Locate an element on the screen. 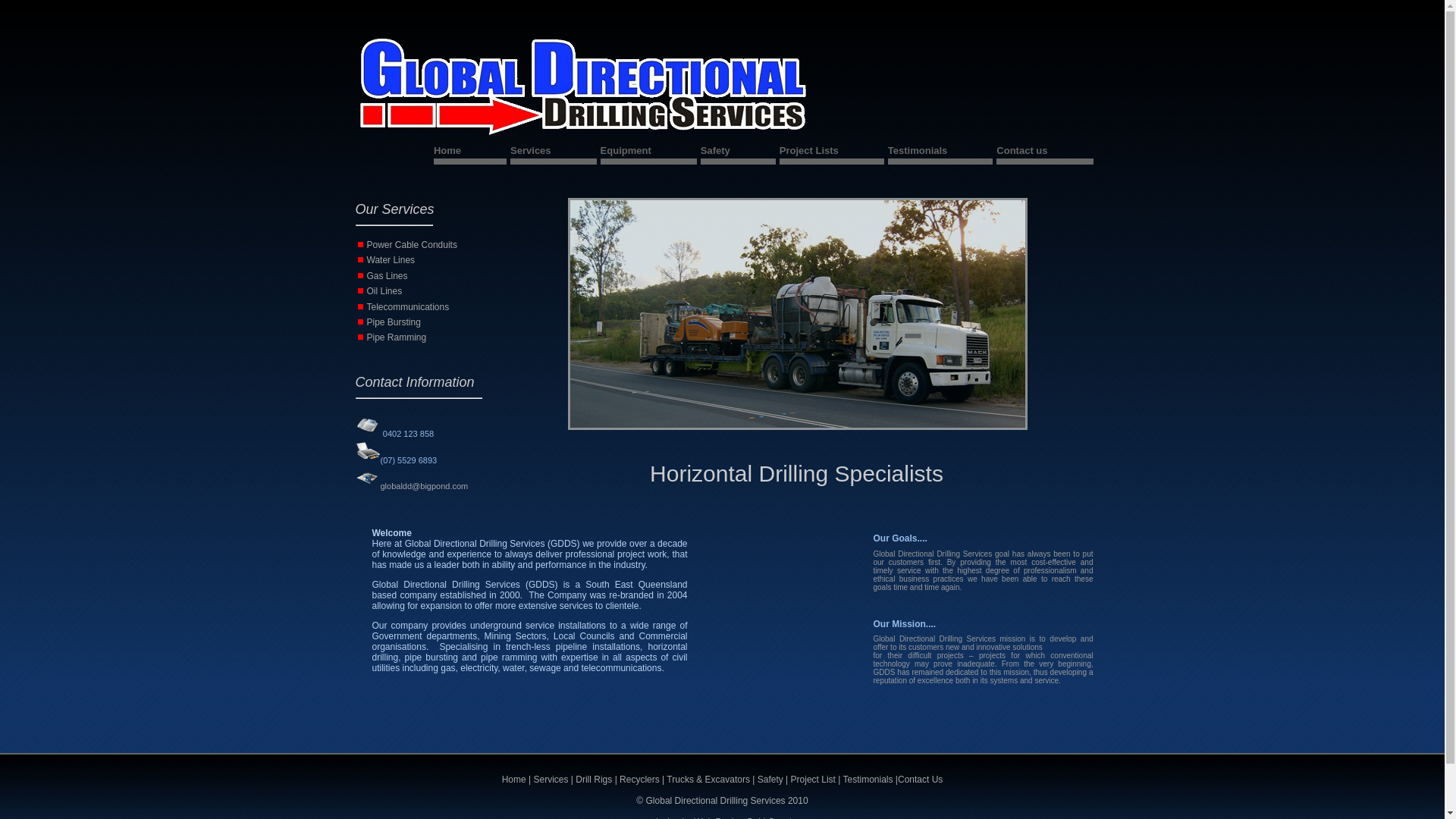  'Gas Lines' is located at coordinates (367, 275).